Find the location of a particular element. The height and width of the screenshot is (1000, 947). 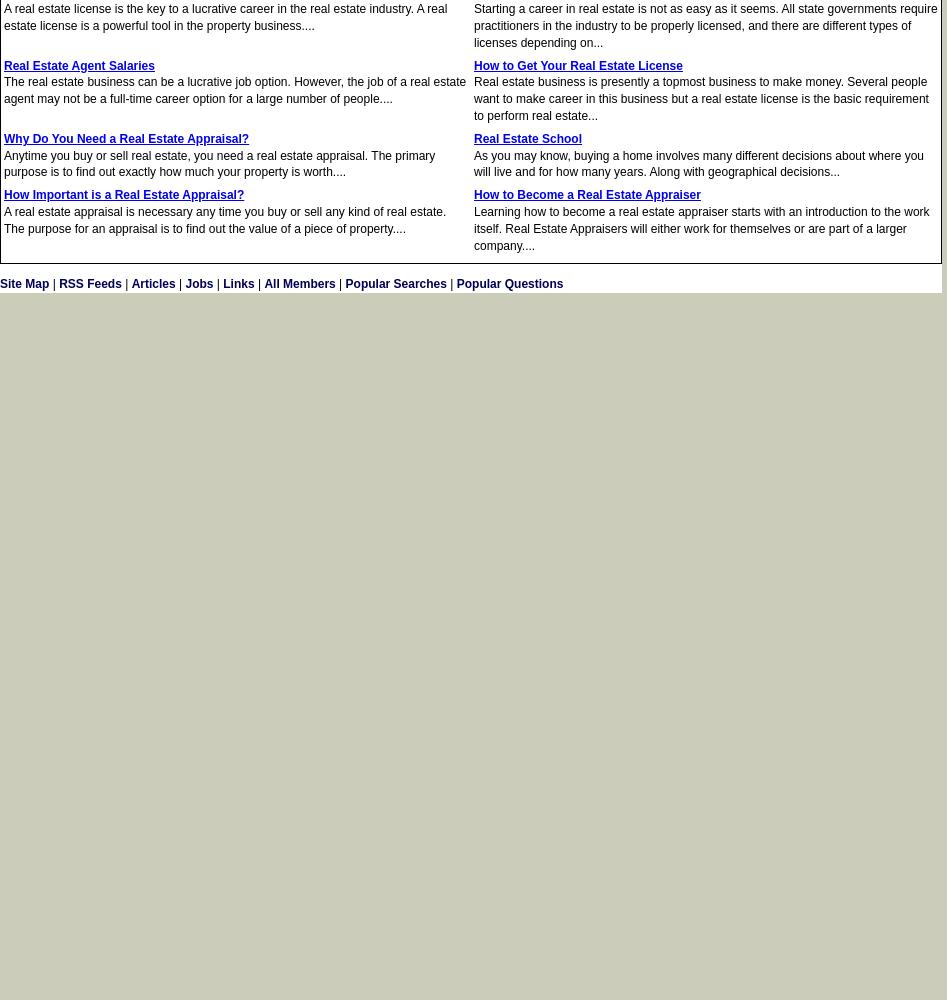

'As you may know, buying a home involves many different decisions about where you will live and for how many years. Along with geographical decisions...' is located at coordinates (473, 163).